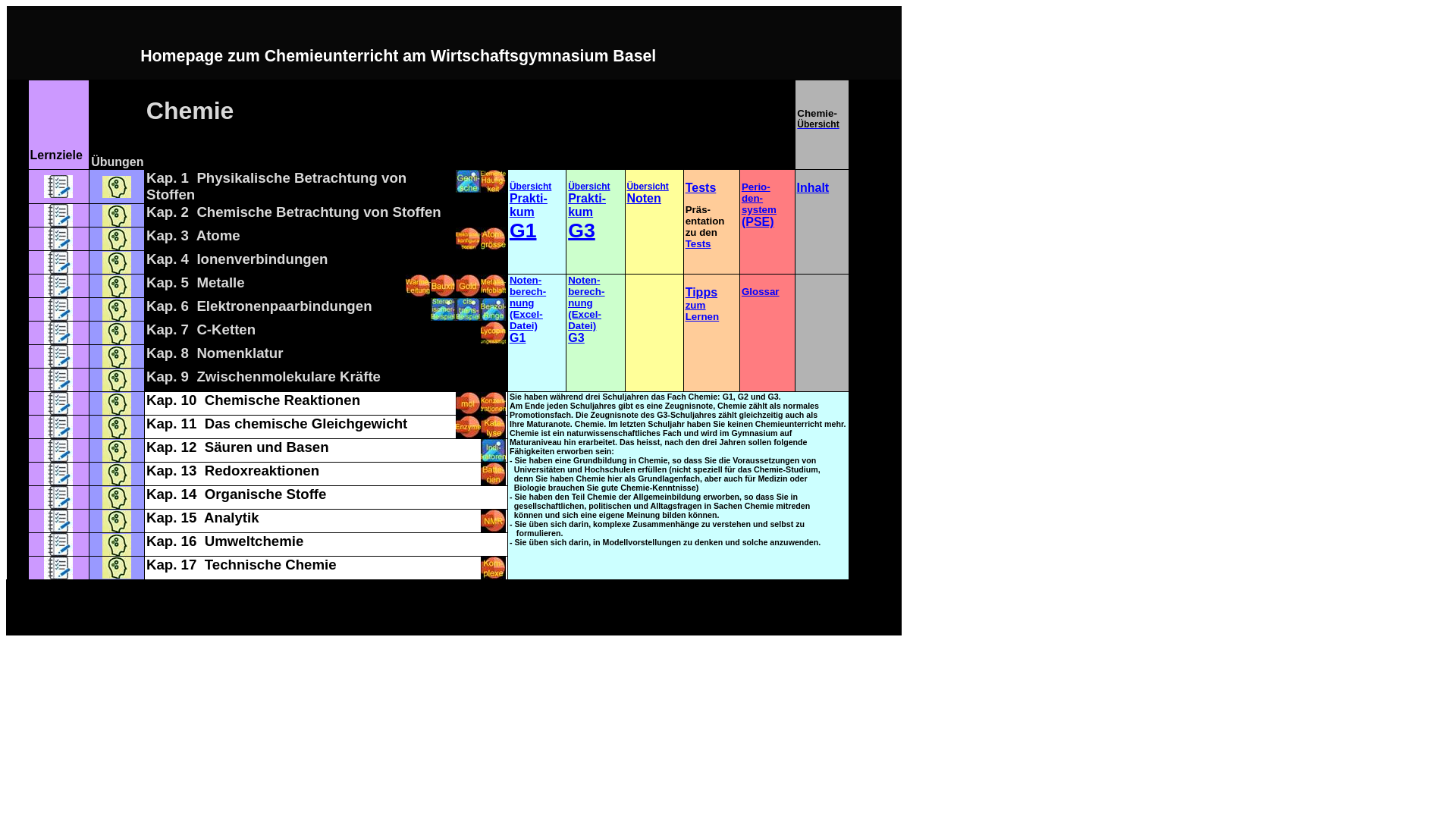  I want to click on 'den-', so click(752, 197).